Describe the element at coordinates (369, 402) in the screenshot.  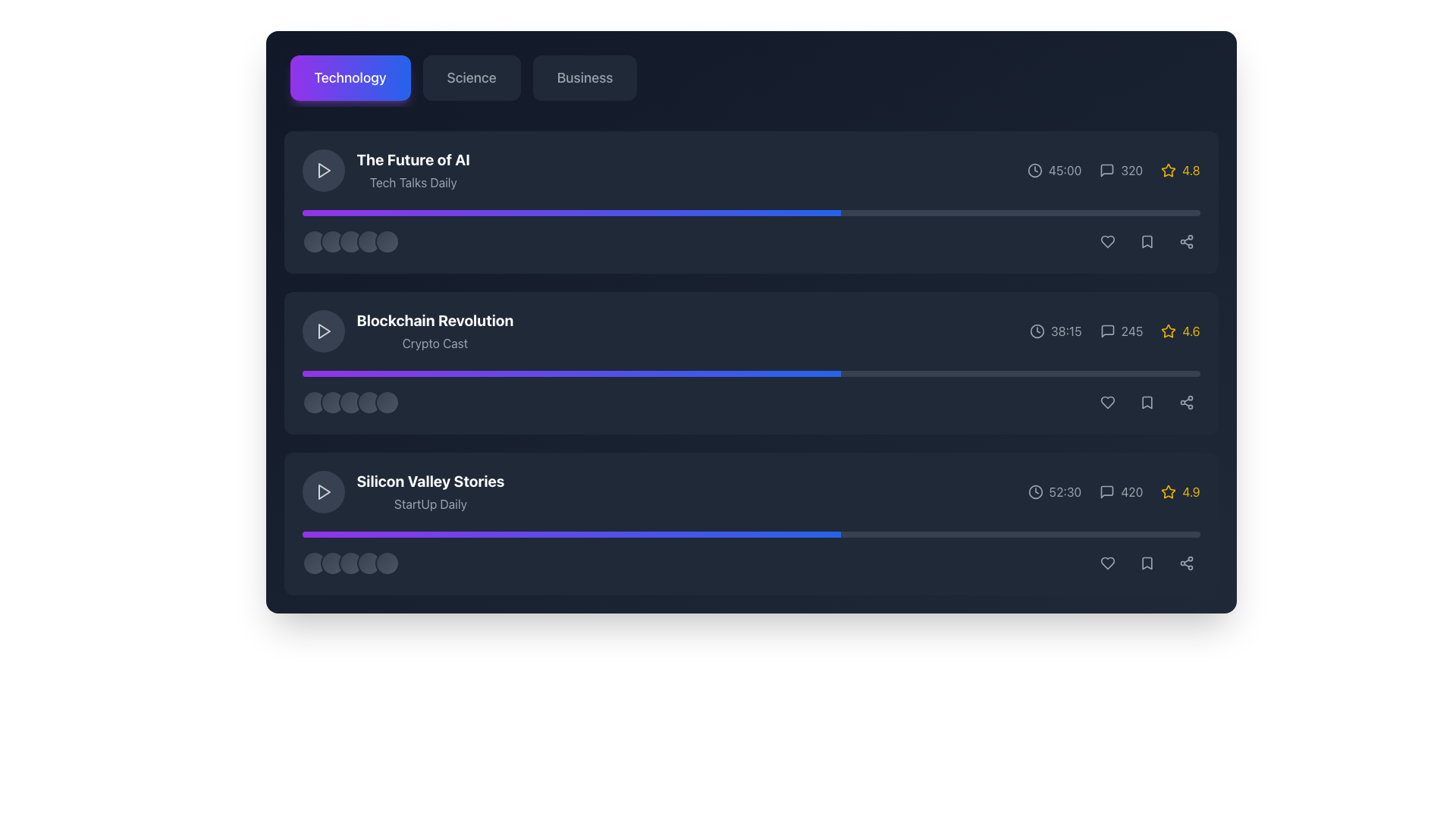
I see `the fourth circular progress indicator under the 'Blockchain Revolution' podcast to interact with it` at that location.